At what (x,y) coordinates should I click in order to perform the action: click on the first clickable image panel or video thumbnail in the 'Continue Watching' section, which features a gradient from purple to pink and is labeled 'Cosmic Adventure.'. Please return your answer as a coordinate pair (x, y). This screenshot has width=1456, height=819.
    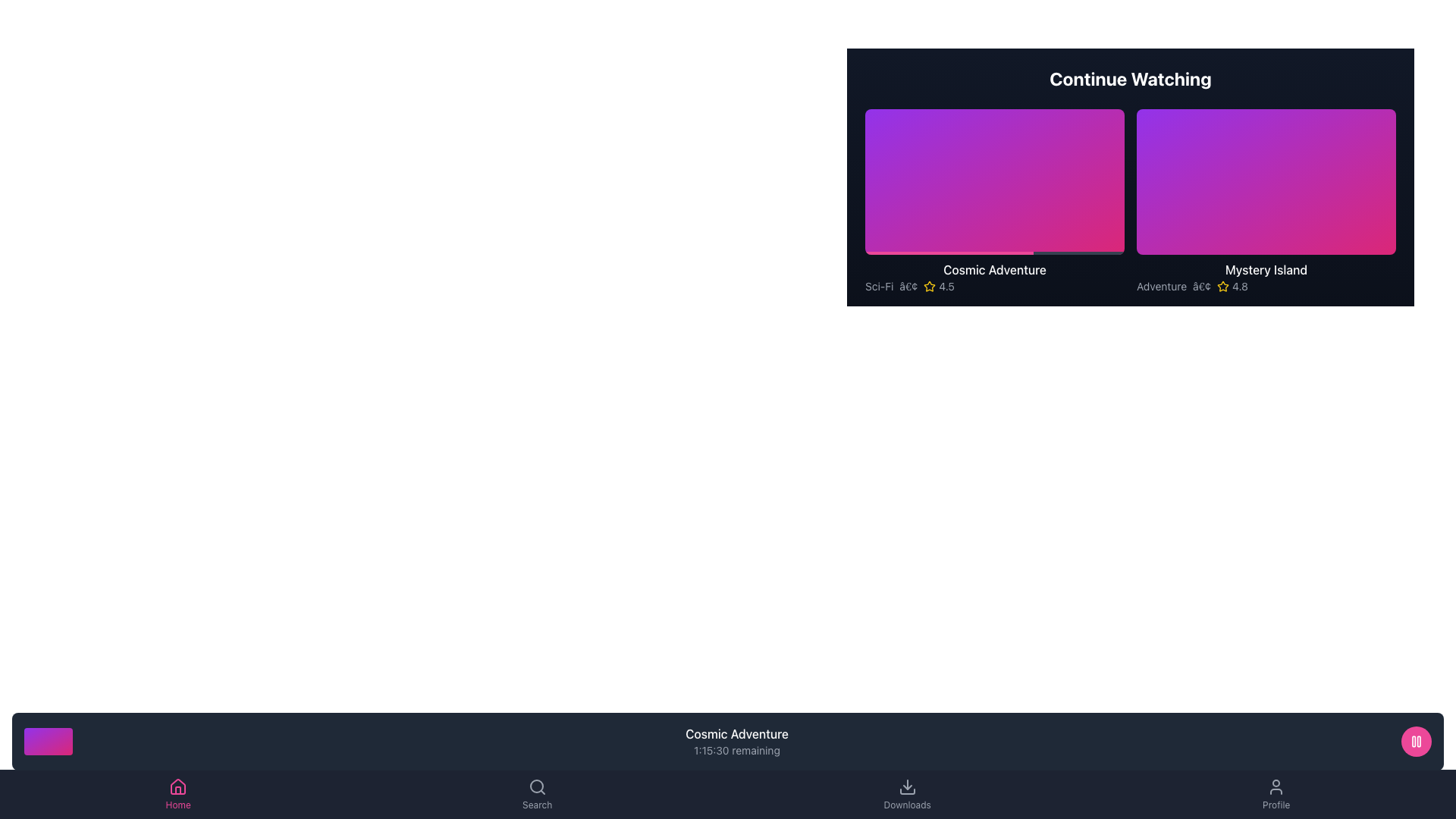
    Looking at the image, I should click on (994, 180).